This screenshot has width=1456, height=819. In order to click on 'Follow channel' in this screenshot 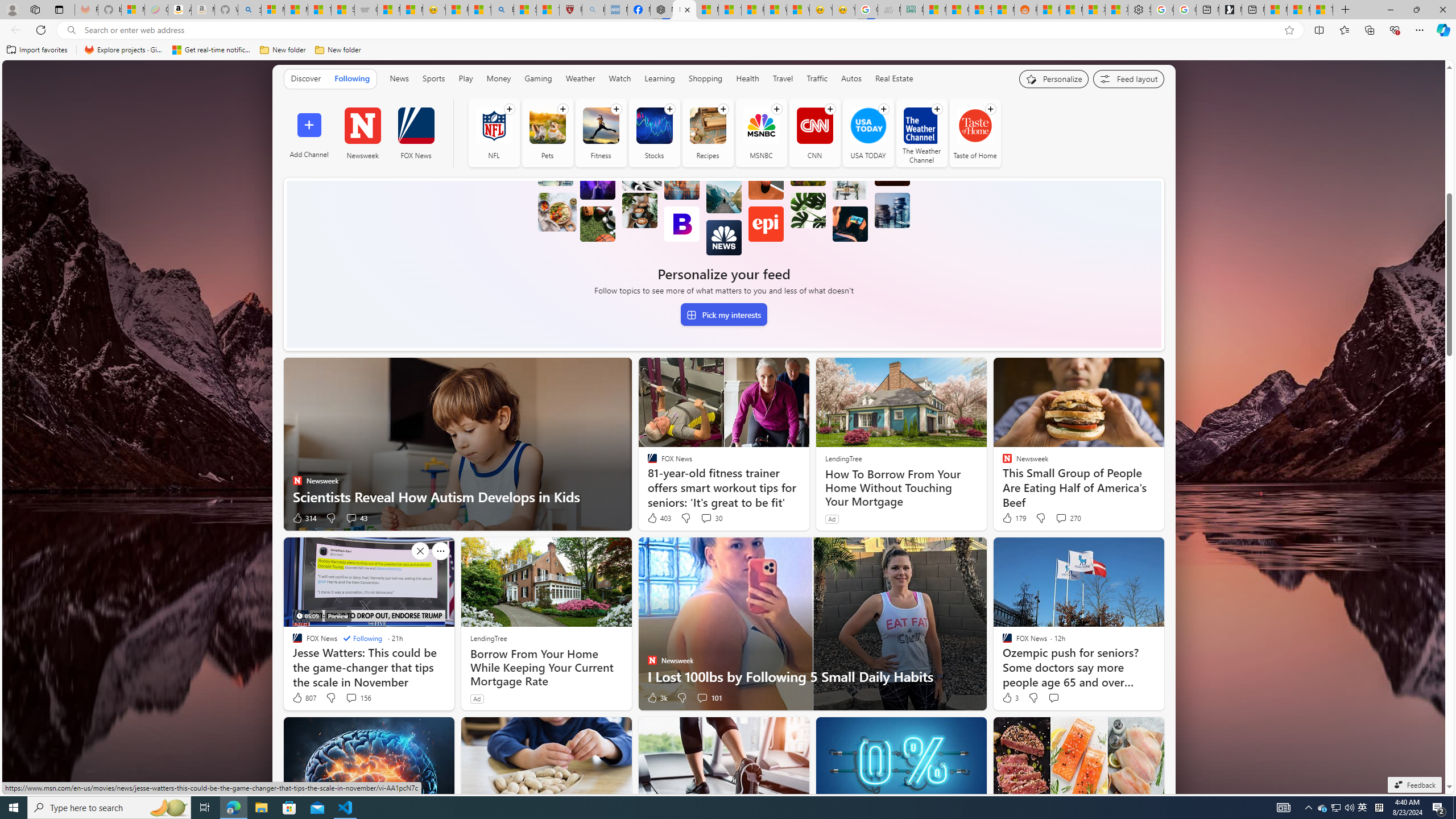, I will do `click(990, 109)`.